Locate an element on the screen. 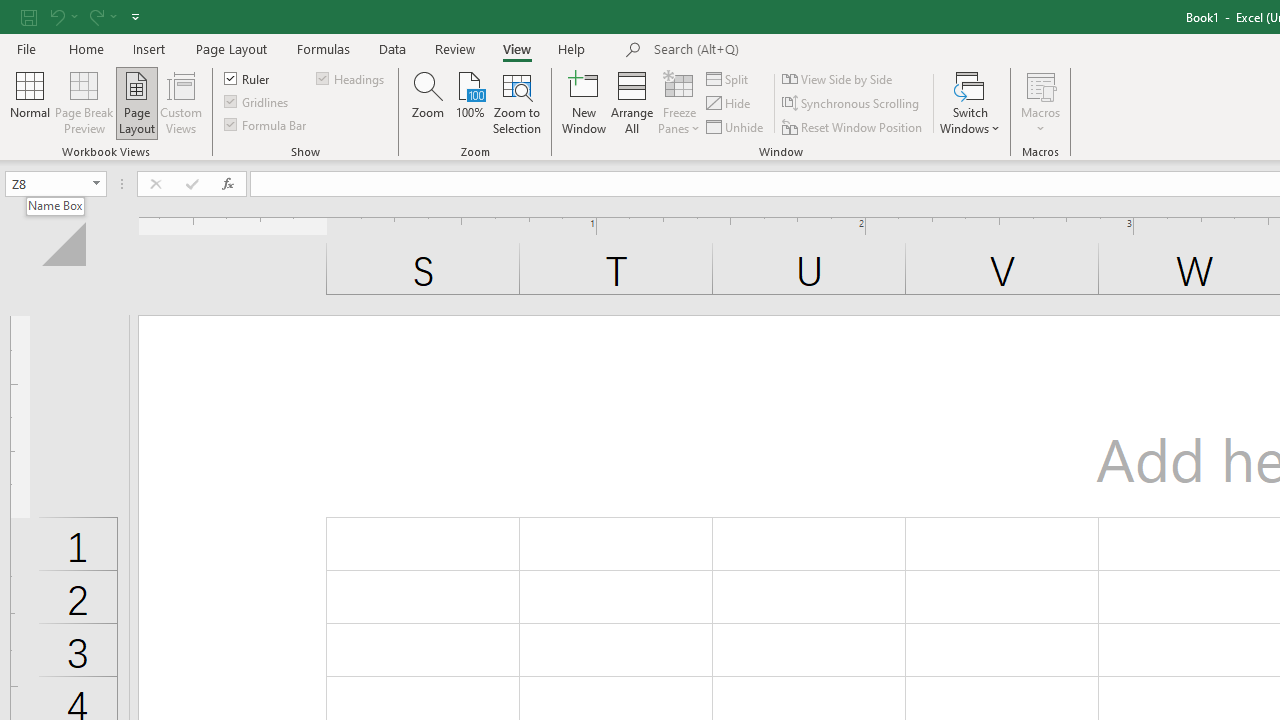 Image resolution: width=1280 pixels, height=720 pixels. '100%' is located at coordinates (469, 103).